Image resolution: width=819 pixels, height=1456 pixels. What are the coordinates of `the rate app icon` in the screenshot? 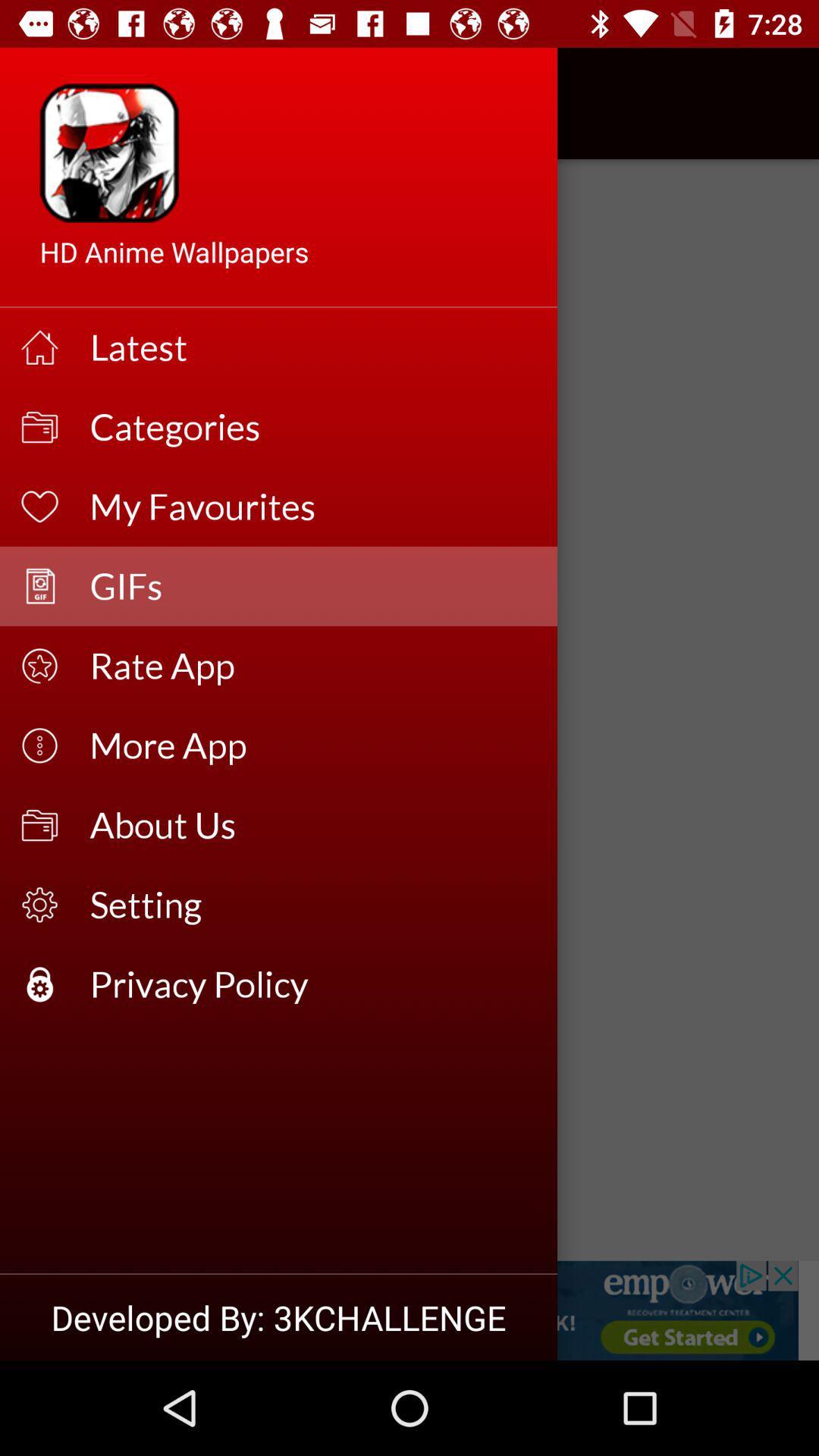 It's located at (312, 666).